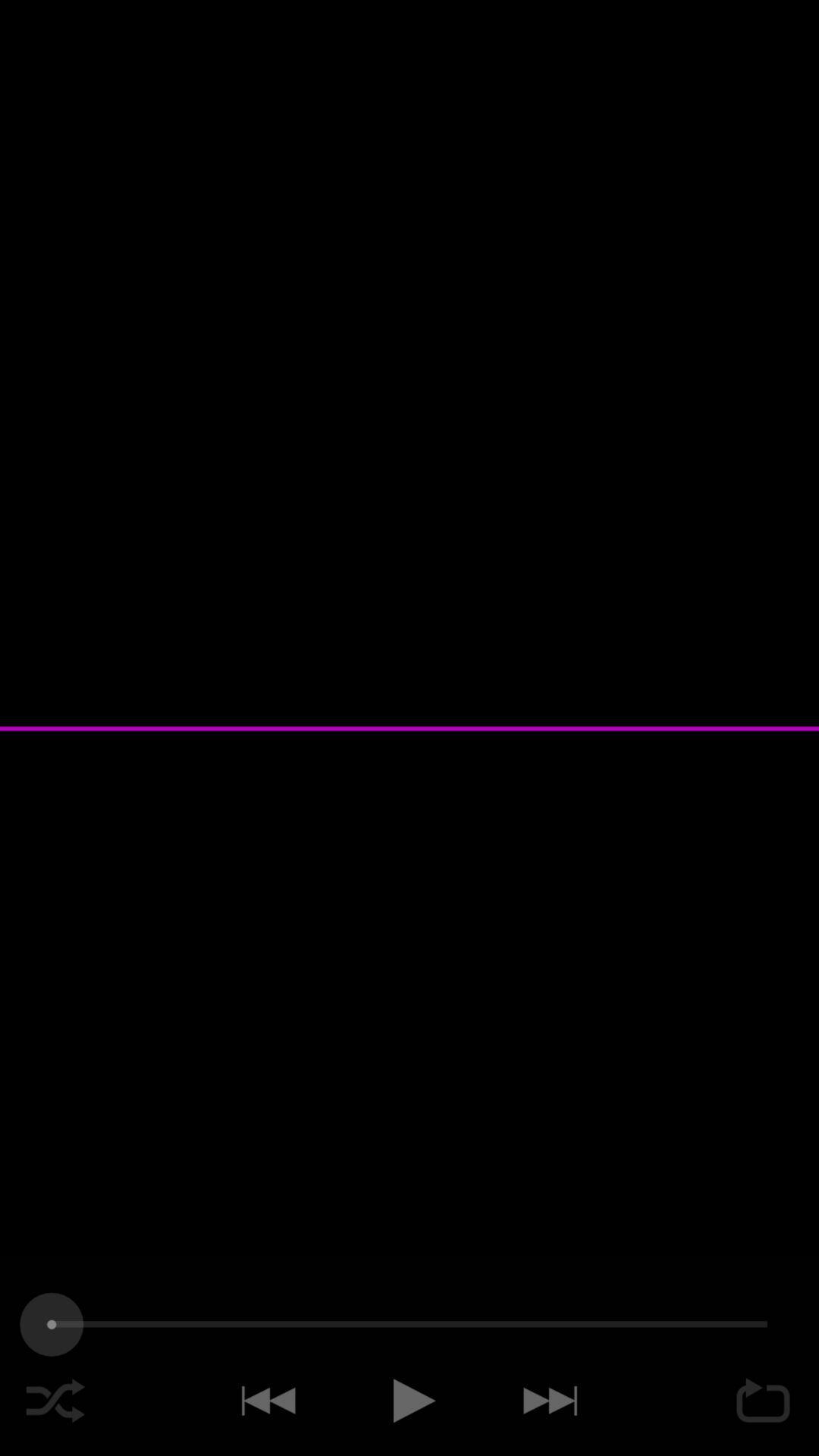 Image resolution: width=819 pixels, height=1456 pixels. What do you see at coordinates (763, 1400) in the screenshot?
I see `the refresh icon` at bounding box center [763, 1400].